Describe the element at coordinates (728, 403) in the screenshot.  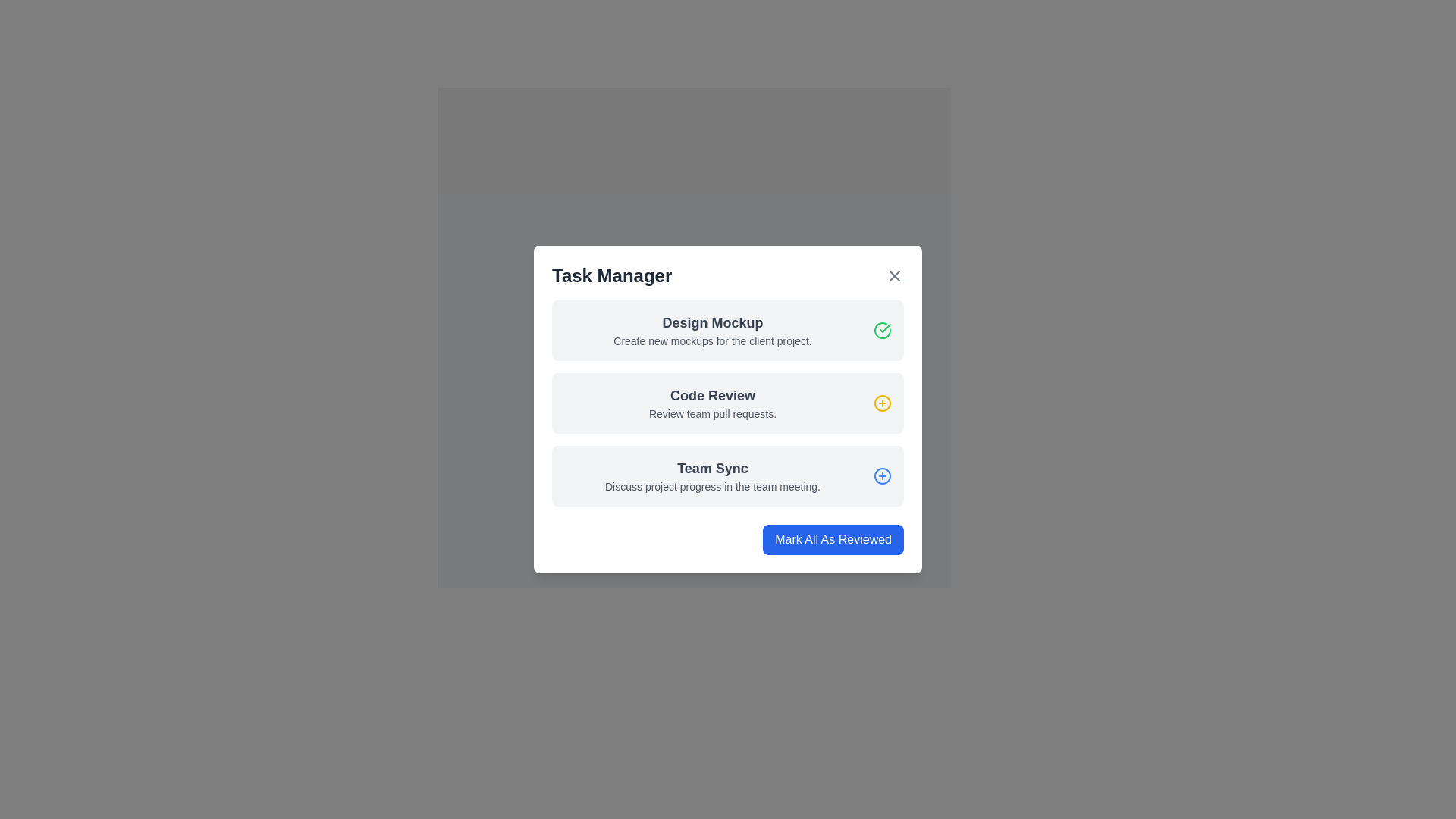
I see `the second task card in the task manager modal, which has a light gray background, rounded corners, a bold title 'Code Review', a description 'Review team pull requests.', and a yellow circular icon with a plus symbol` at that location.